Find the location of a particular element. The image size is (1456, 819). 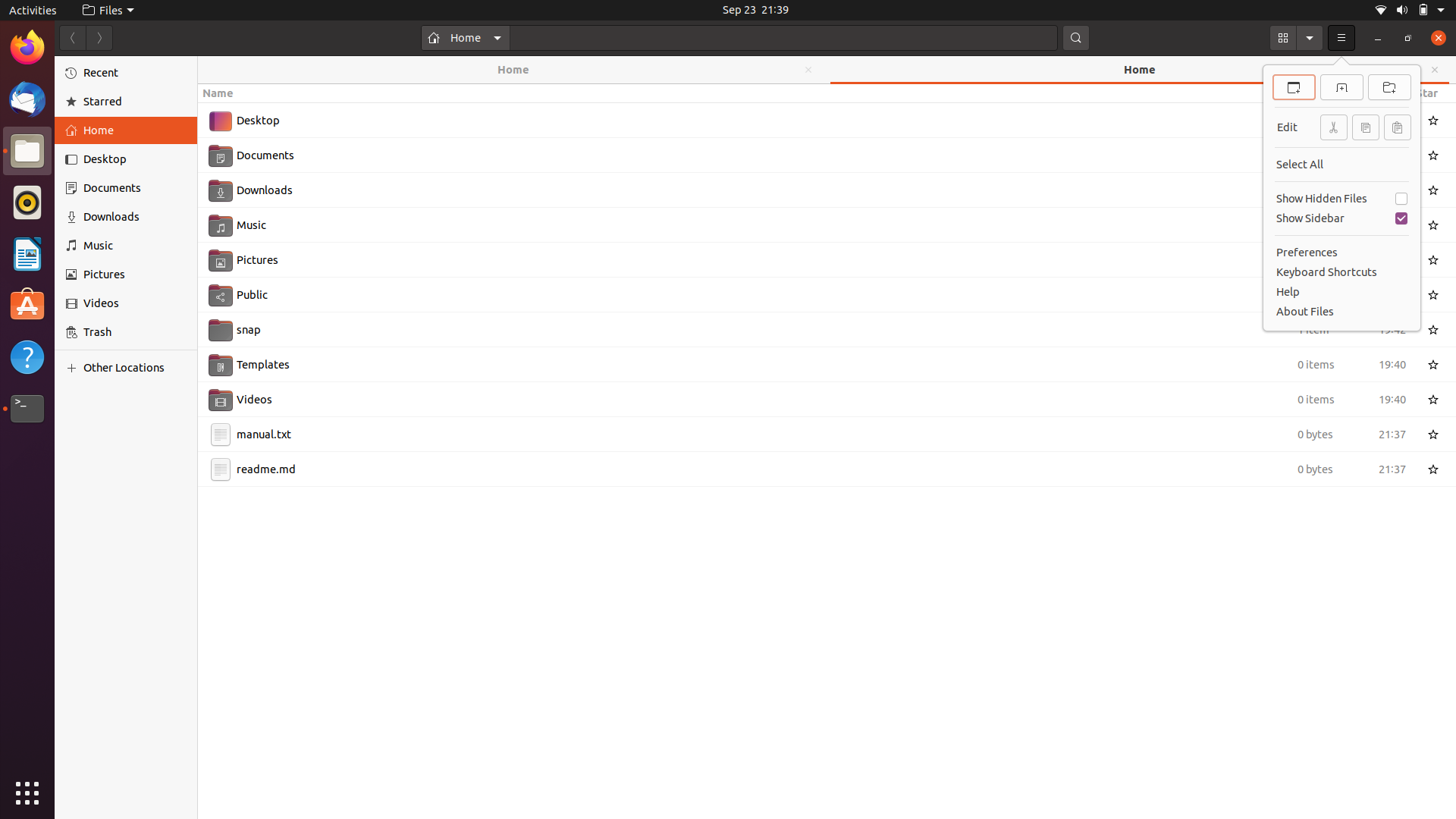

the formation of a new file folder via mouse right-click and keyboard keys is located at coordinates (827, 652).